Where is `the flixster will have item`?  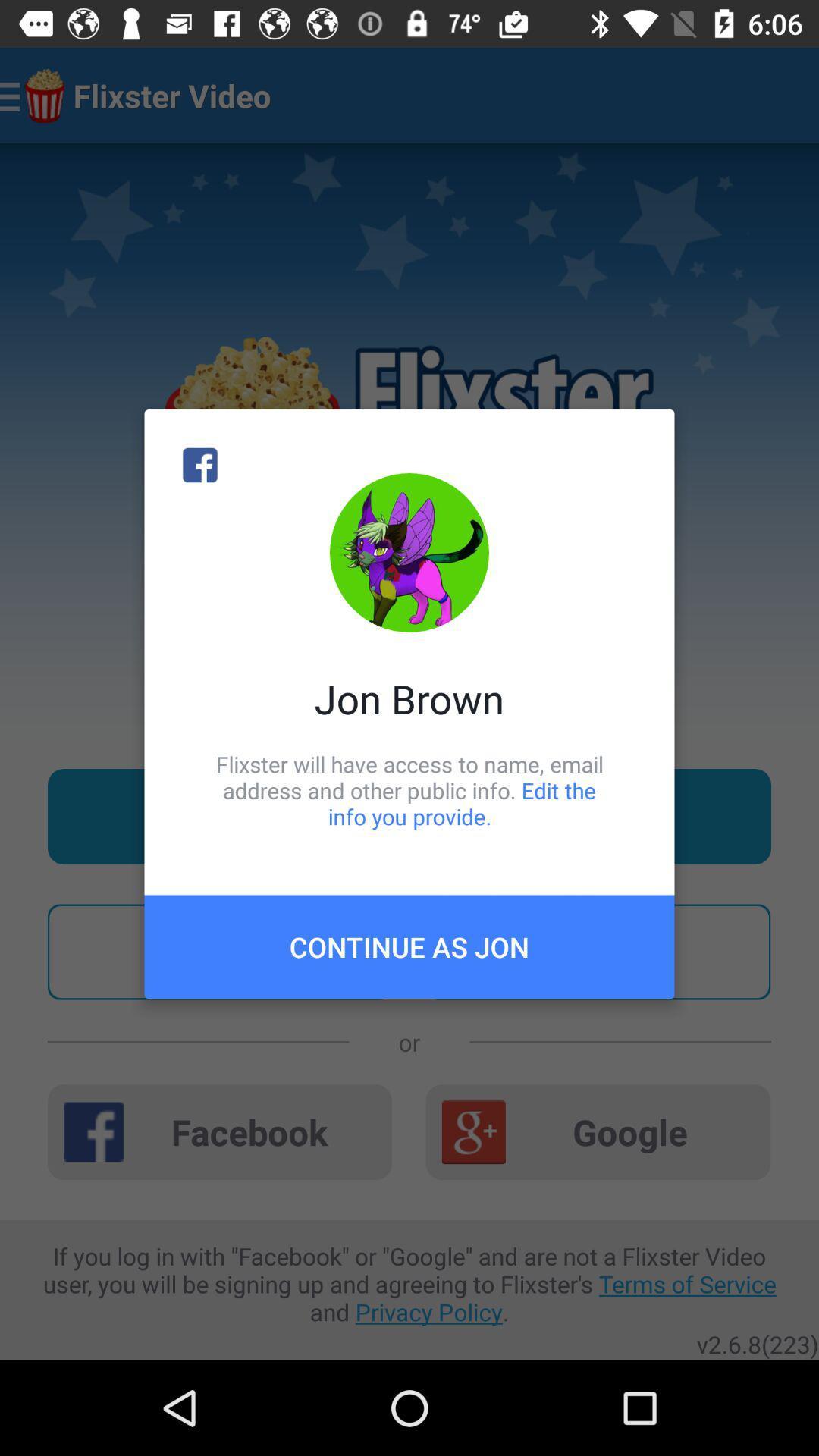
the flixster will have item is located at coordinates (409, 789).